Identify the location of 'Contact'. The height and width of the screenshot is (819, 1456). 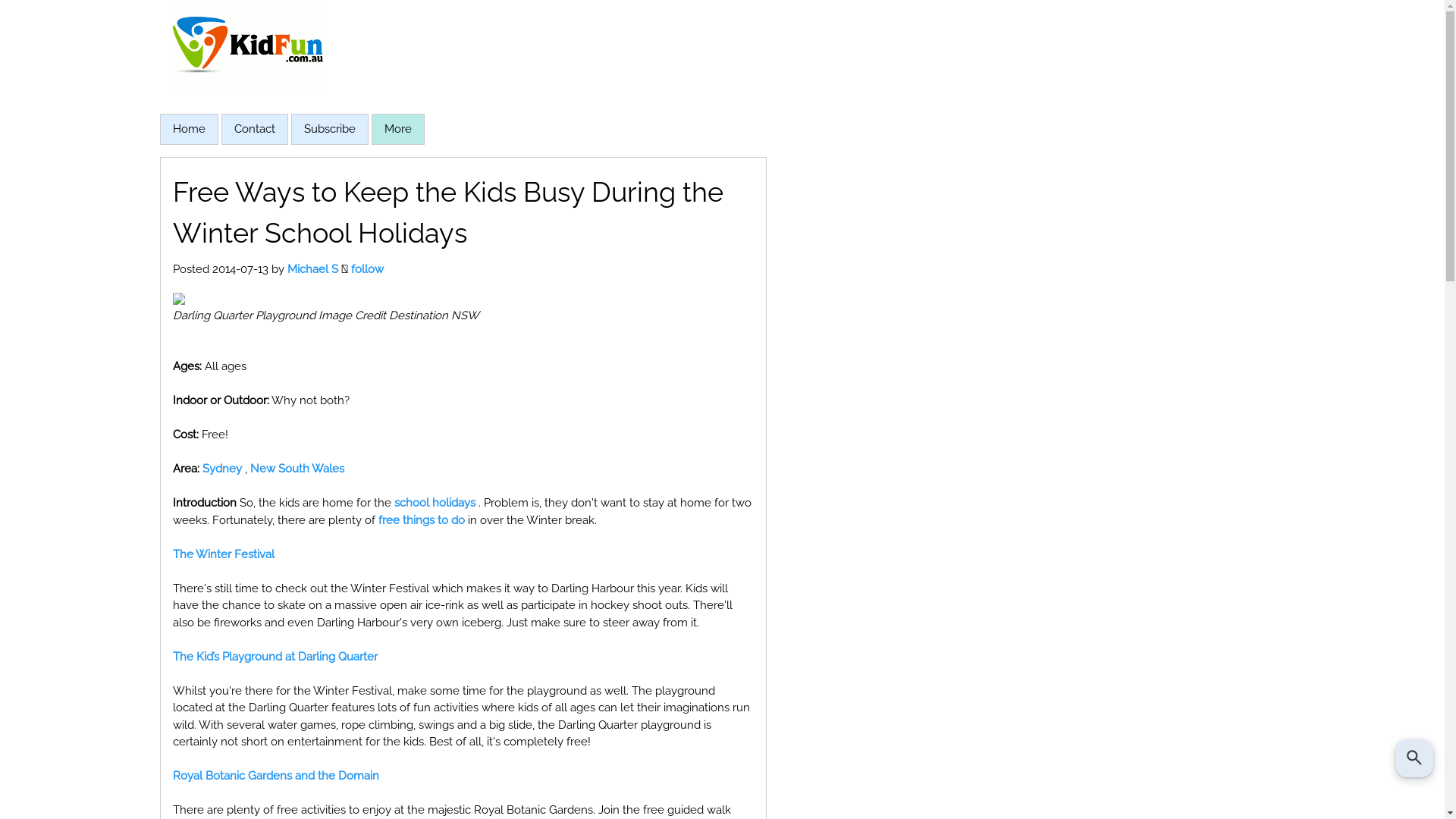
(232, 127).